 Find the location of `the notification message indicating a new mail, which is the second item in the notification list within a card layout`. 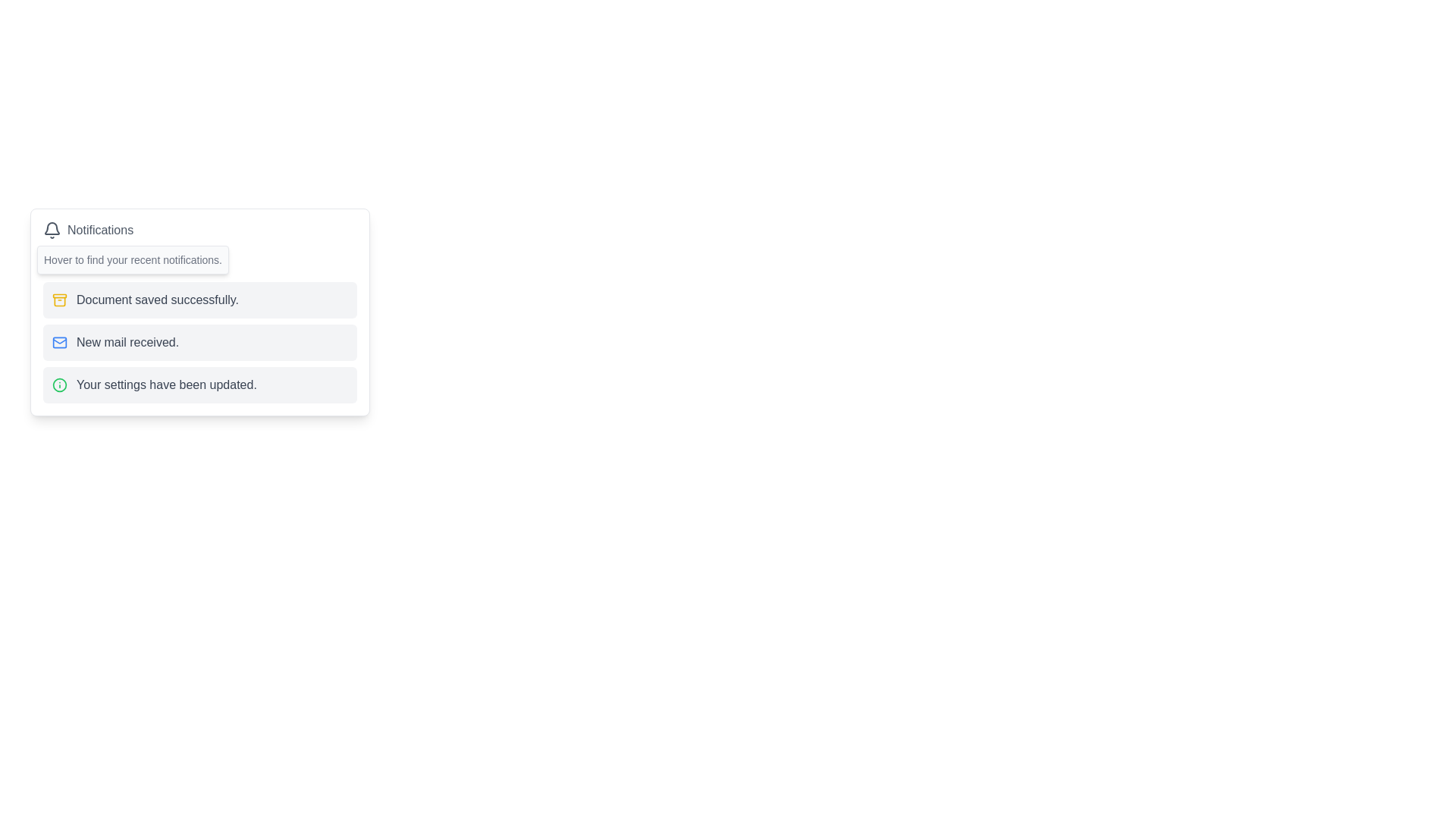

the notification message indicating a new mail, which is the second item in the notification list within a card layout is located at coordinates (127, 342).